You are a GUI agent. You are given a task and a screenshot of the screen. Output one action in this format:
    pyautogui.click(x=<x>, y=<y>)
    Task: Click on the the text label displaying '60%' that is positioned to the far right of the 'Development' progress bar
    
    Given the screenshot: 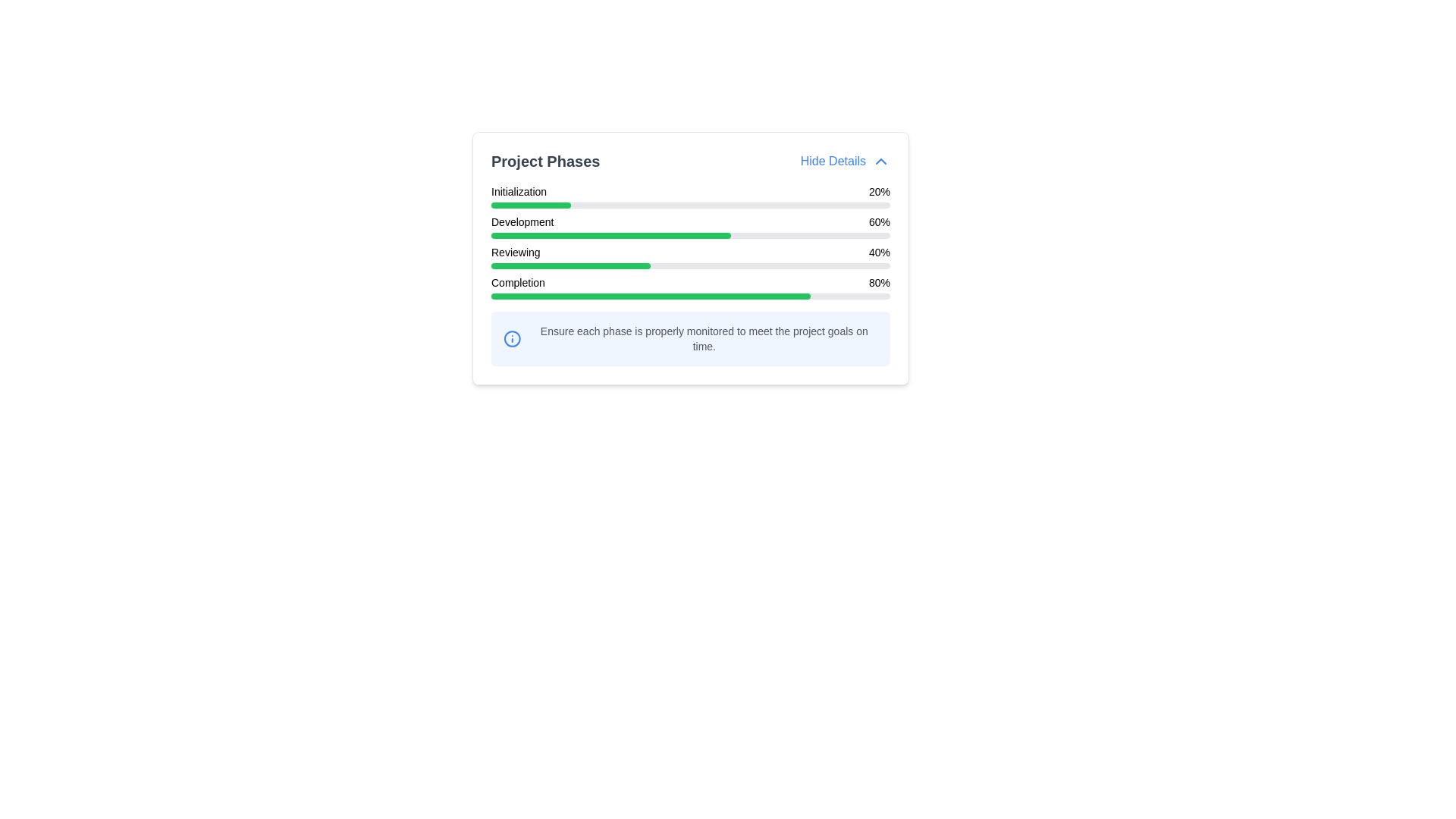 What is the action you would take?
    pyautogui.click(x=880, y=222)
    